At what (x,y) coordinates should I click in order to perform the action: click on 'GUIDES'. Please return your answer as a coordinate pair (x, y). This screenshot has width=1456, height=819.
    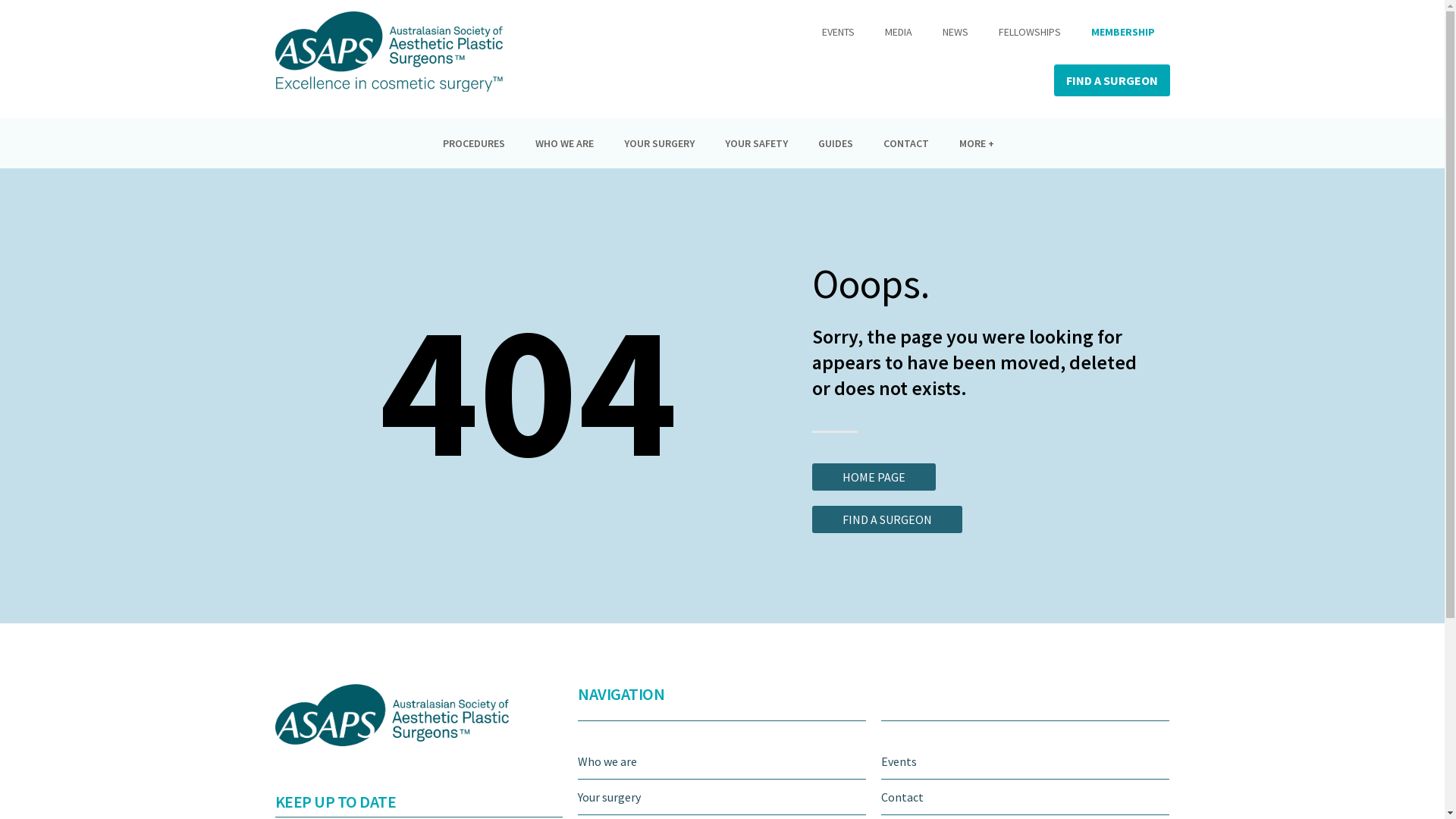
    Looking at the image, I should click on (835, 143).